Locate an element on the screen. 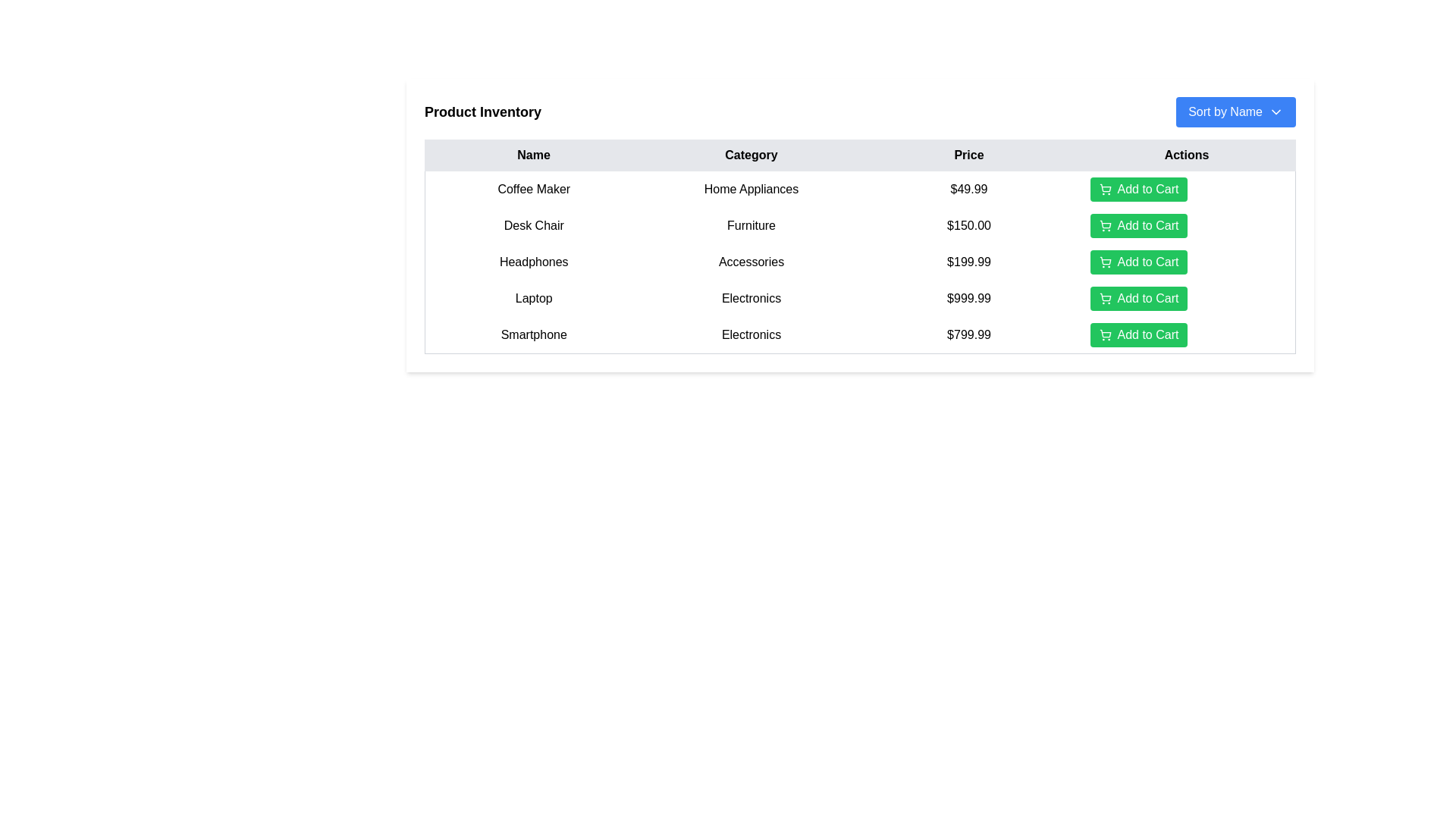  the action button for 'Headphones' located in the 'Actions' column of the product table is located at coordinates (1139, 262).